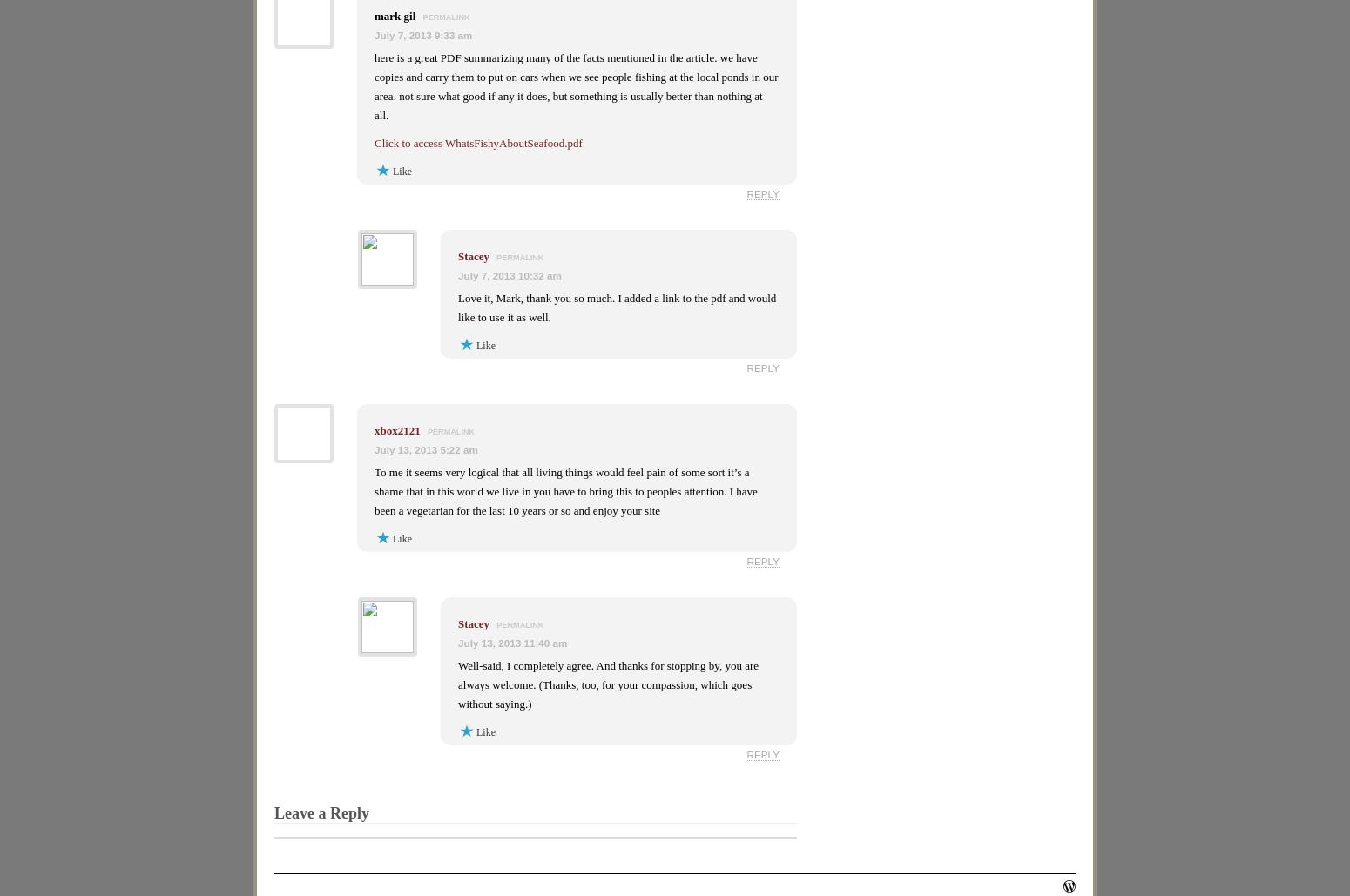  I want to click on 'xbox2121', so click(374, 430).